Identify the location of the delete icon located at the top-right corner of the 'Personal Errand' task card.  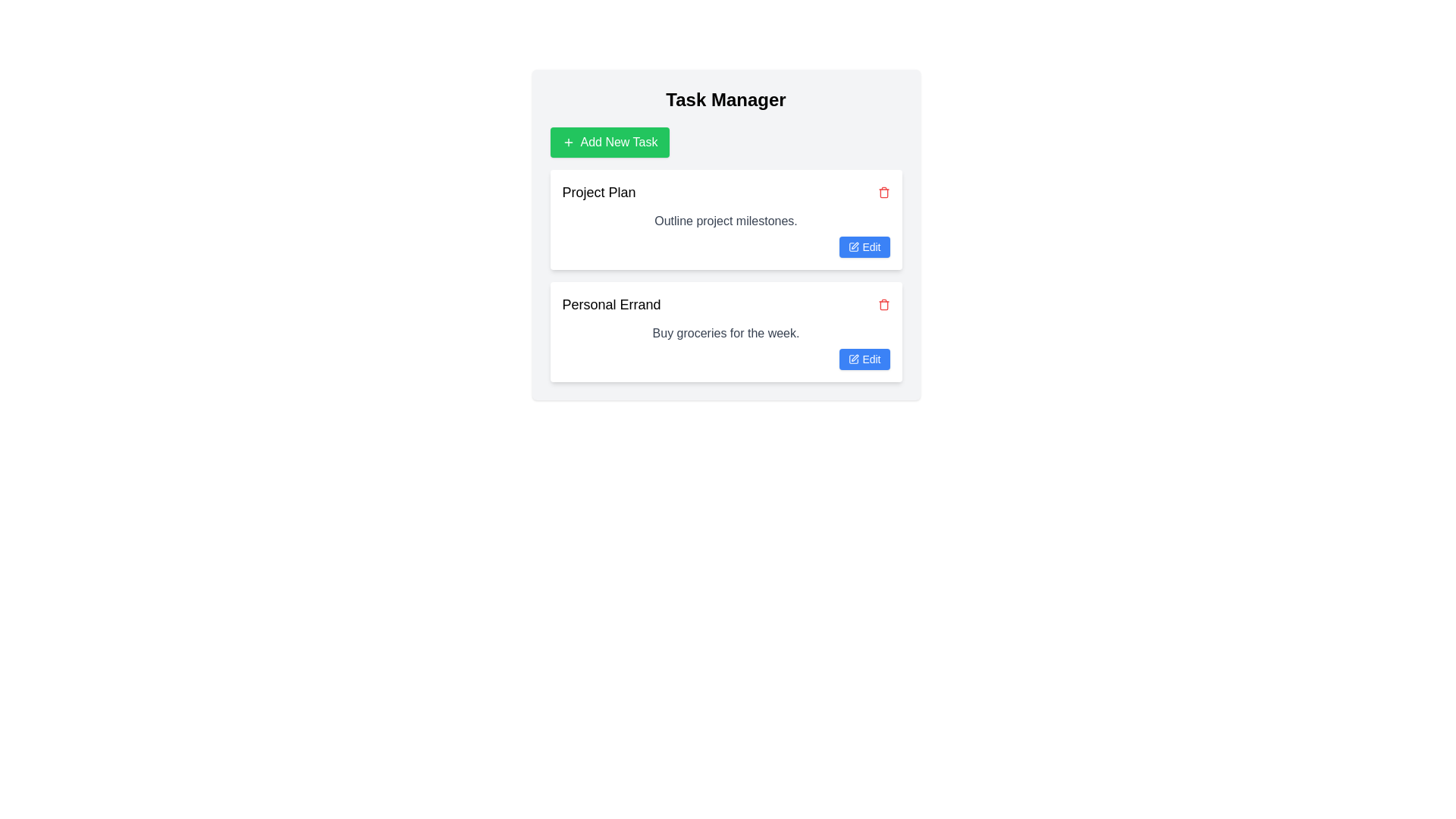
(883, 306).